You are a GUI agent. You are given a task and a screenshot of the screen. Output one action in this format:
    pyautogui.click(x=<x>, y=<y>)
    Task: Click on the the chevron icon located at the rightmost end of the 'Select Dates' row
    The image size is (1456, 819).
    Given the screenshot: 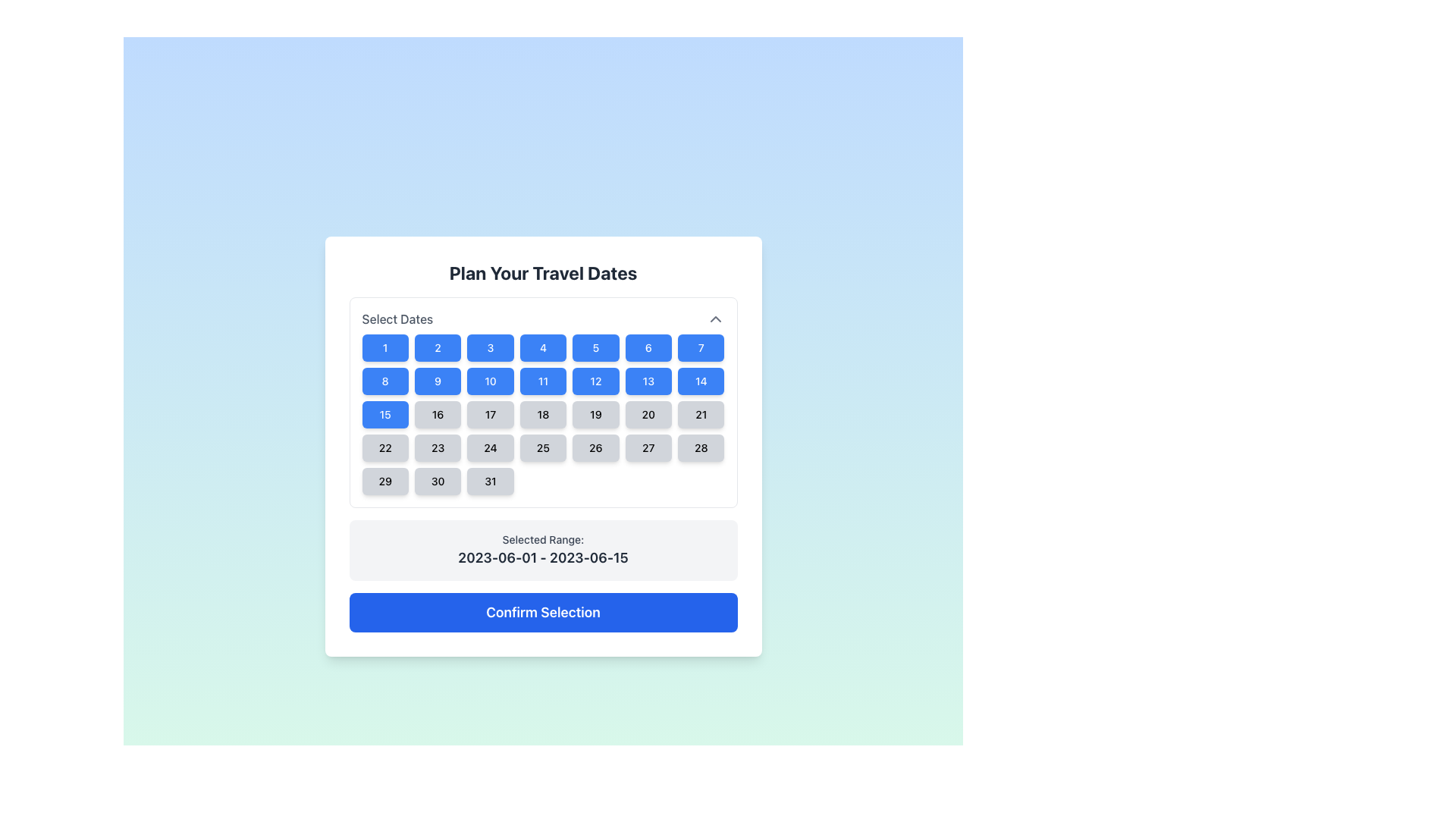 What is the action you would take?
    pyautogui.click(x=714, y=318)
    